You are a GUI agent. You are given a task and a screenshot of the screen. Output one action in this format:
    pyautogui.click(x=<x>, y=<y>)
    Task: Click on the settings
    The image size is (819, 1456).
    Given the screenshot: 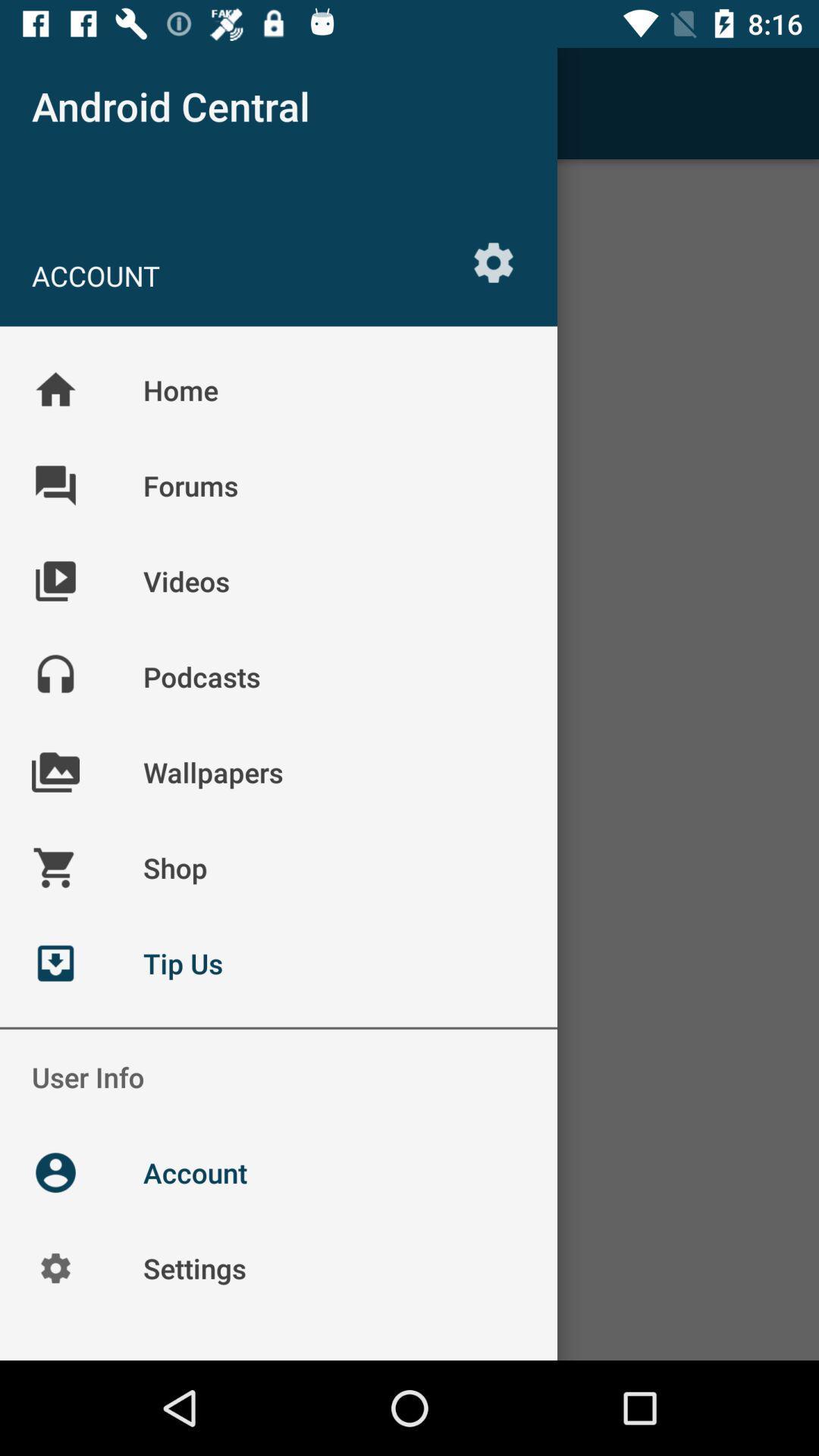 What is the action you would take?
    pyautogui.click(x=494, y=262)
    